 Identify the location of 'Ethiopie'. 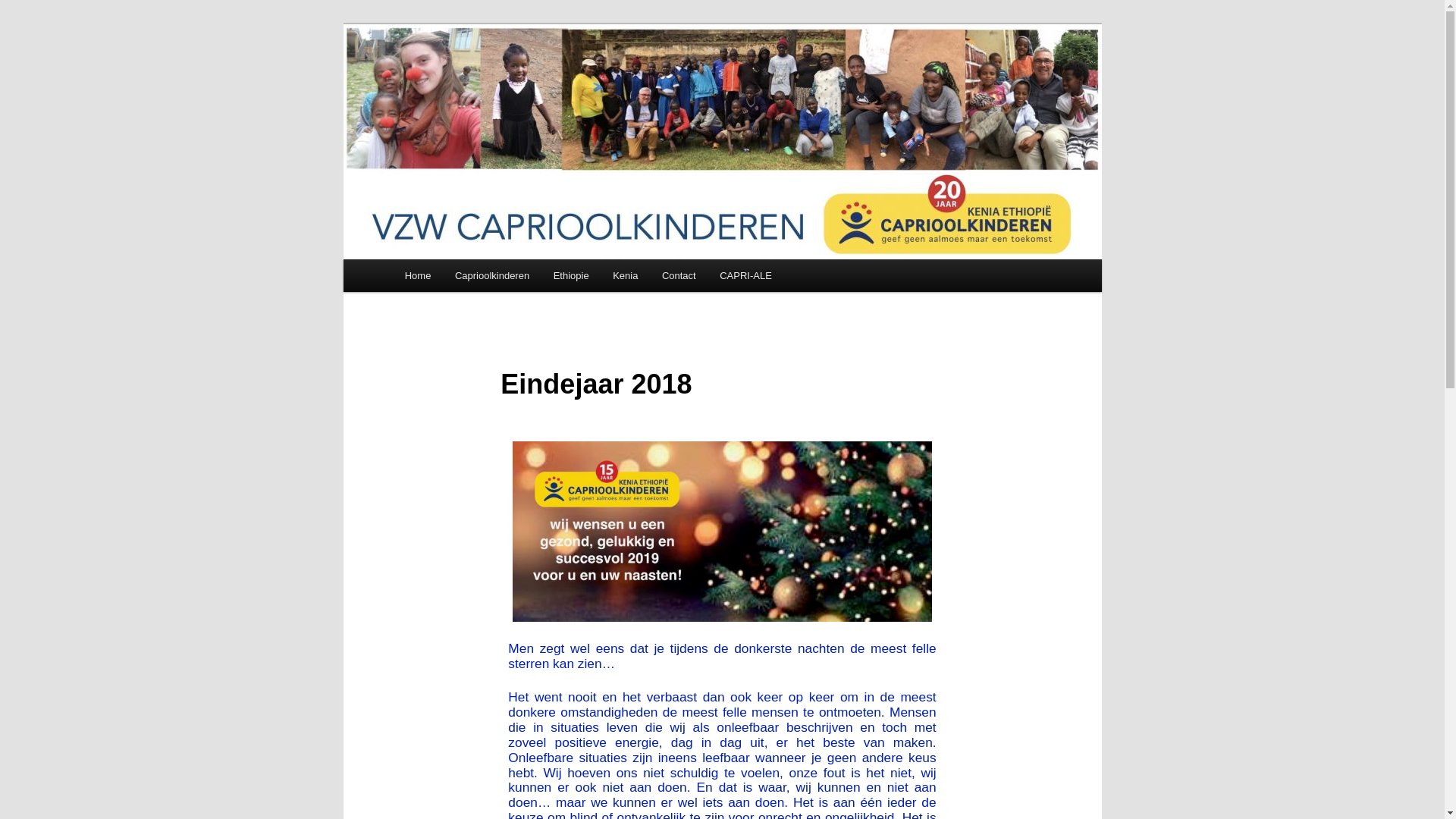
(570, 275).